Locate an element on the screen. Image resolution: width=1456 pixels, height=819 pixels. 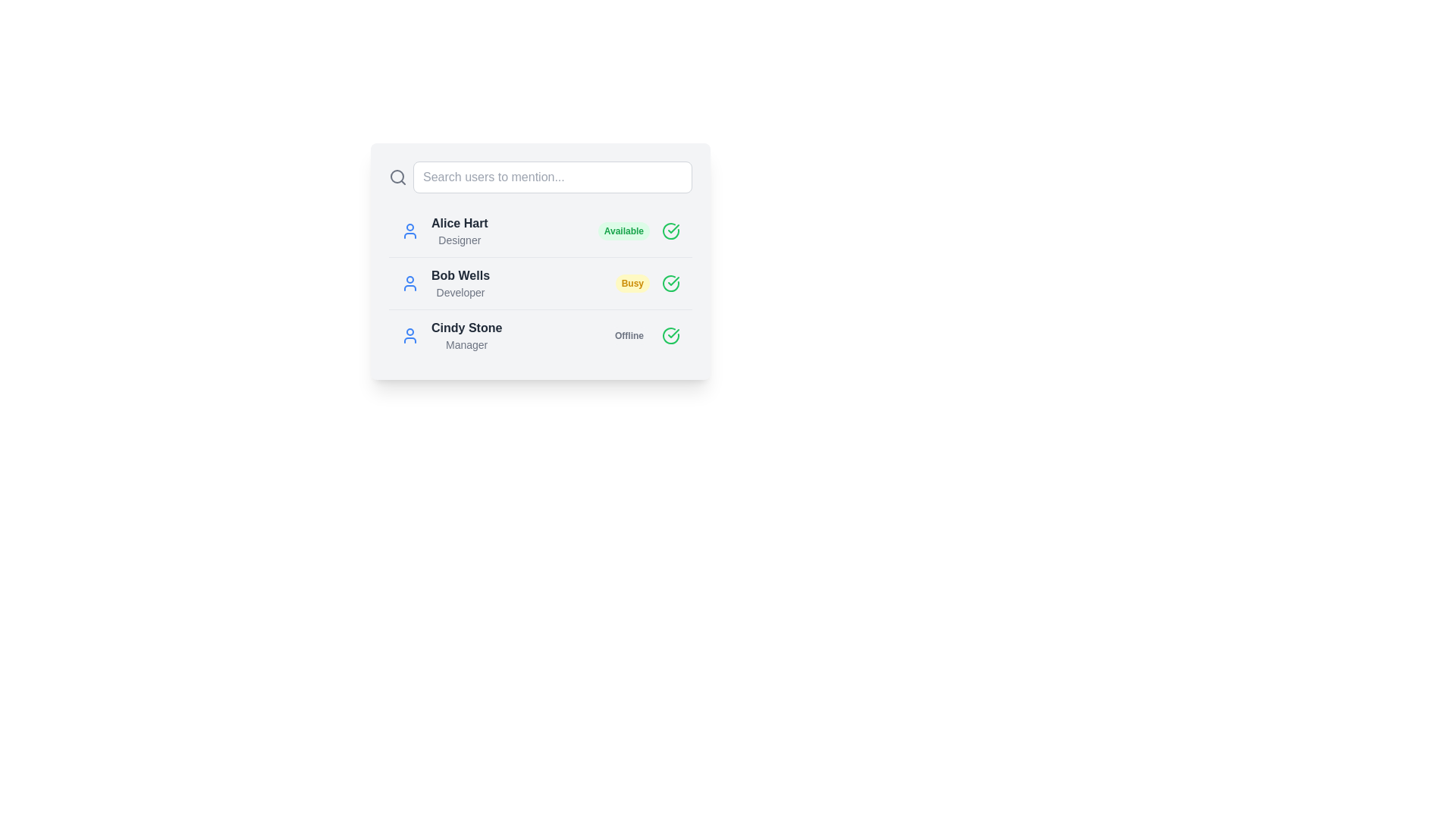
the text label displaying 'Developer' which is styled in light gray and positioned beneath 'Bob Wells' in a modal interface is located at coordinates (460, 292).